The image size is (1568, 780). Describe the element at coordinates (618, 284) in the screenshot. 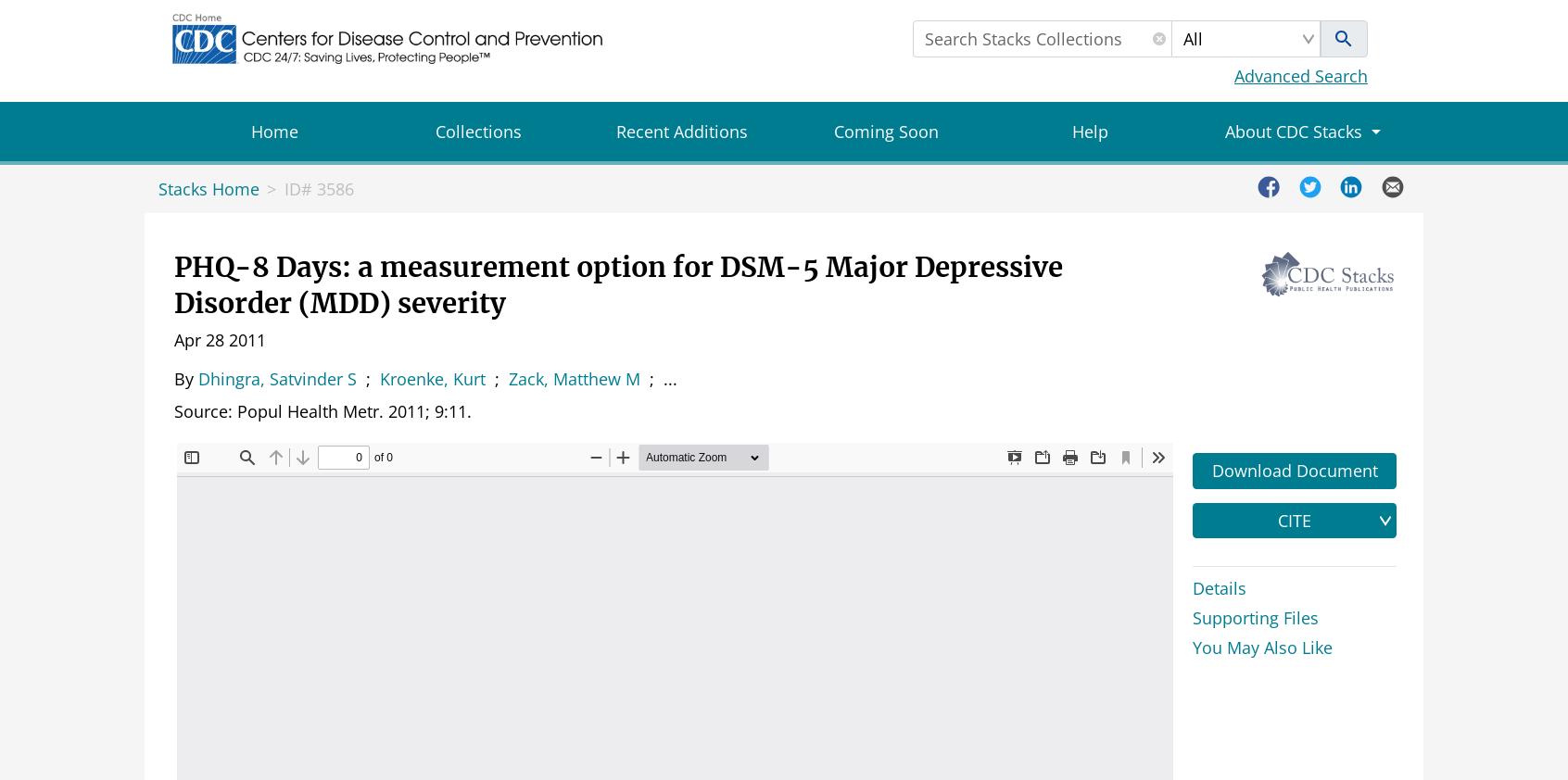

I see `'PHQ-8 Days: a measurement option for DSM-5 Major Depressive Disorder (MDD) severity'` at that location.